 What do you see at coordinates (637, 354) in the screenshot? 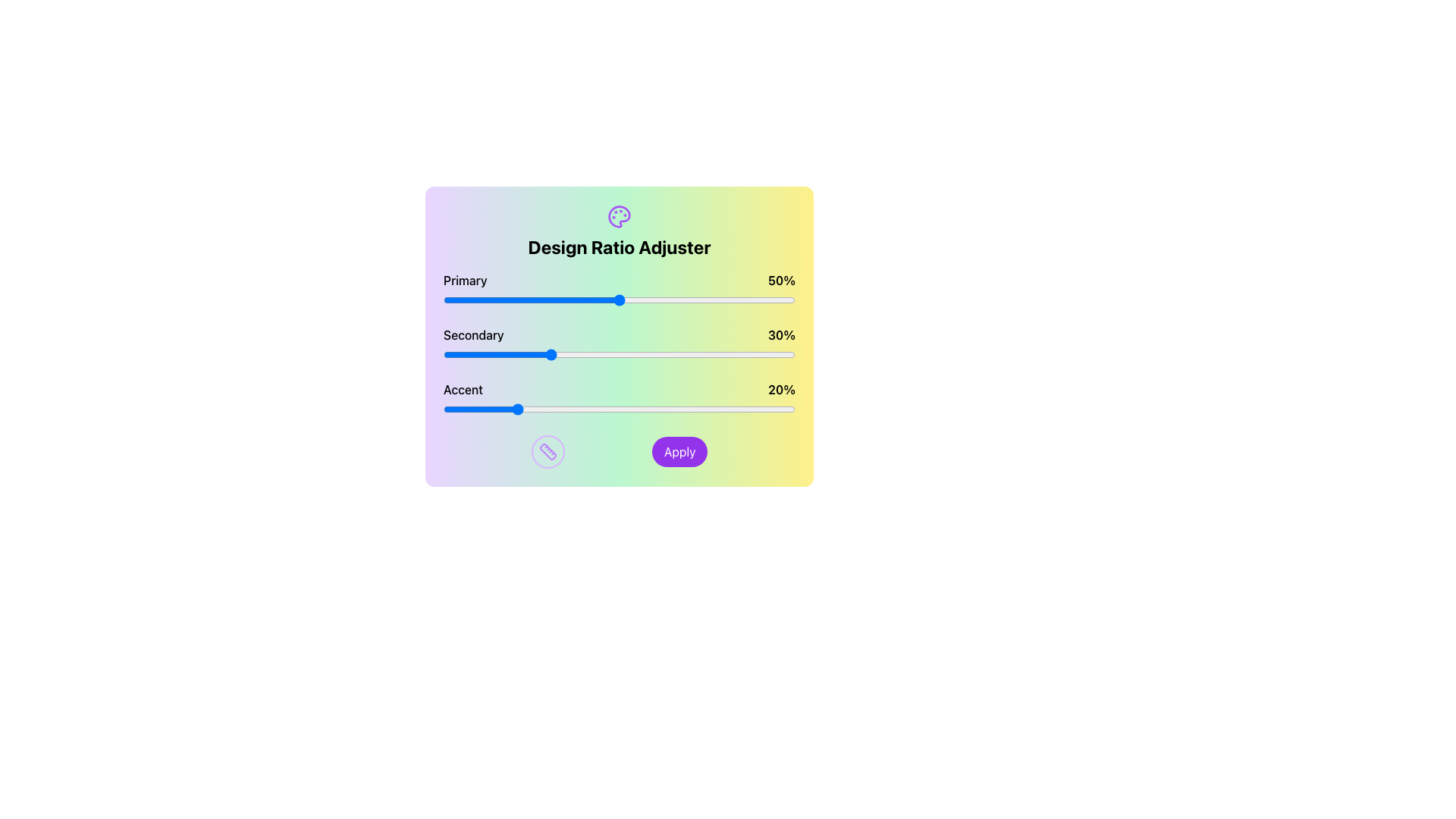
I see `the secondary slider value` at bounding box center [637, 354].